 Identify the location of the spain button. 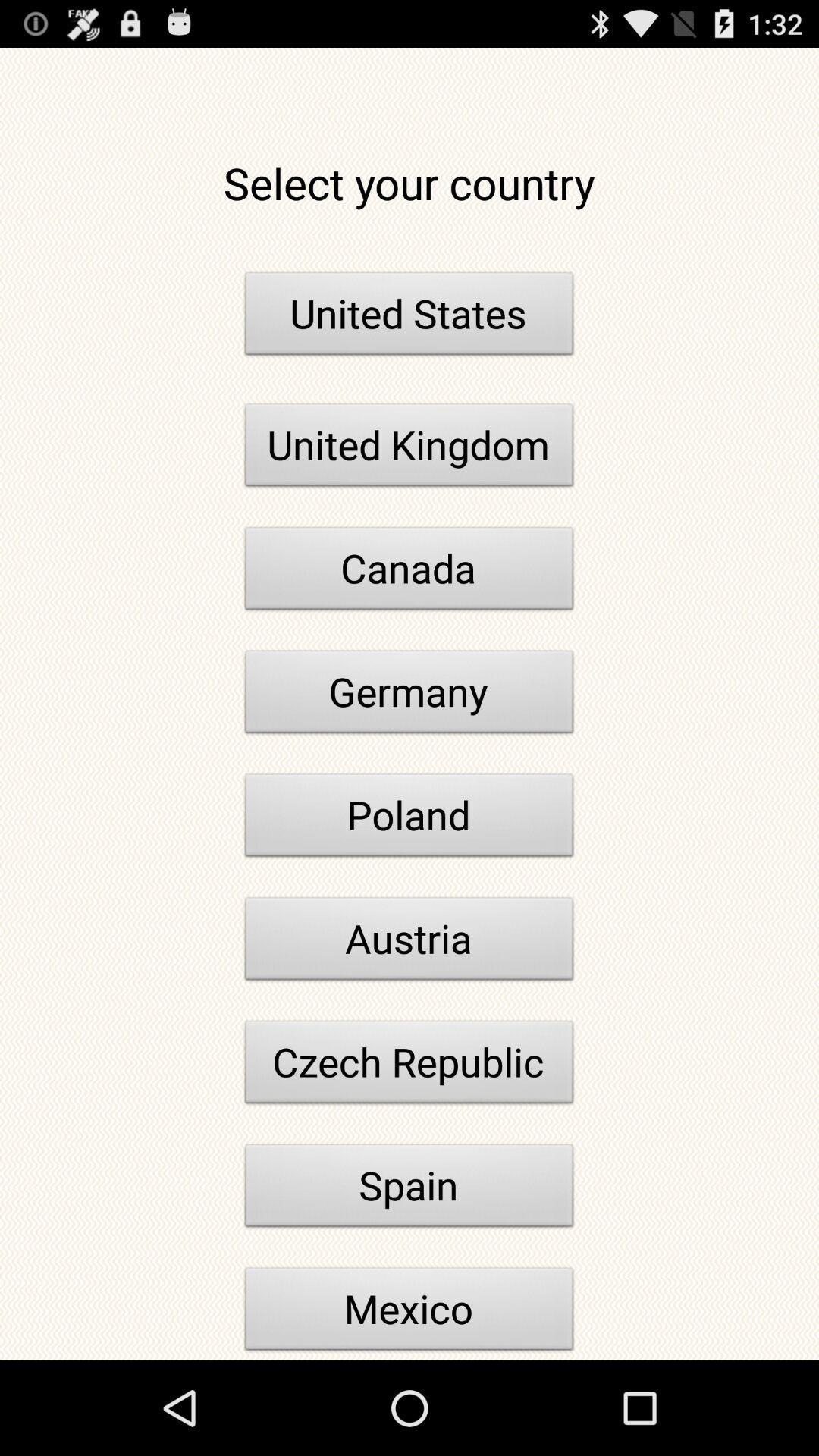
(409, 1189).